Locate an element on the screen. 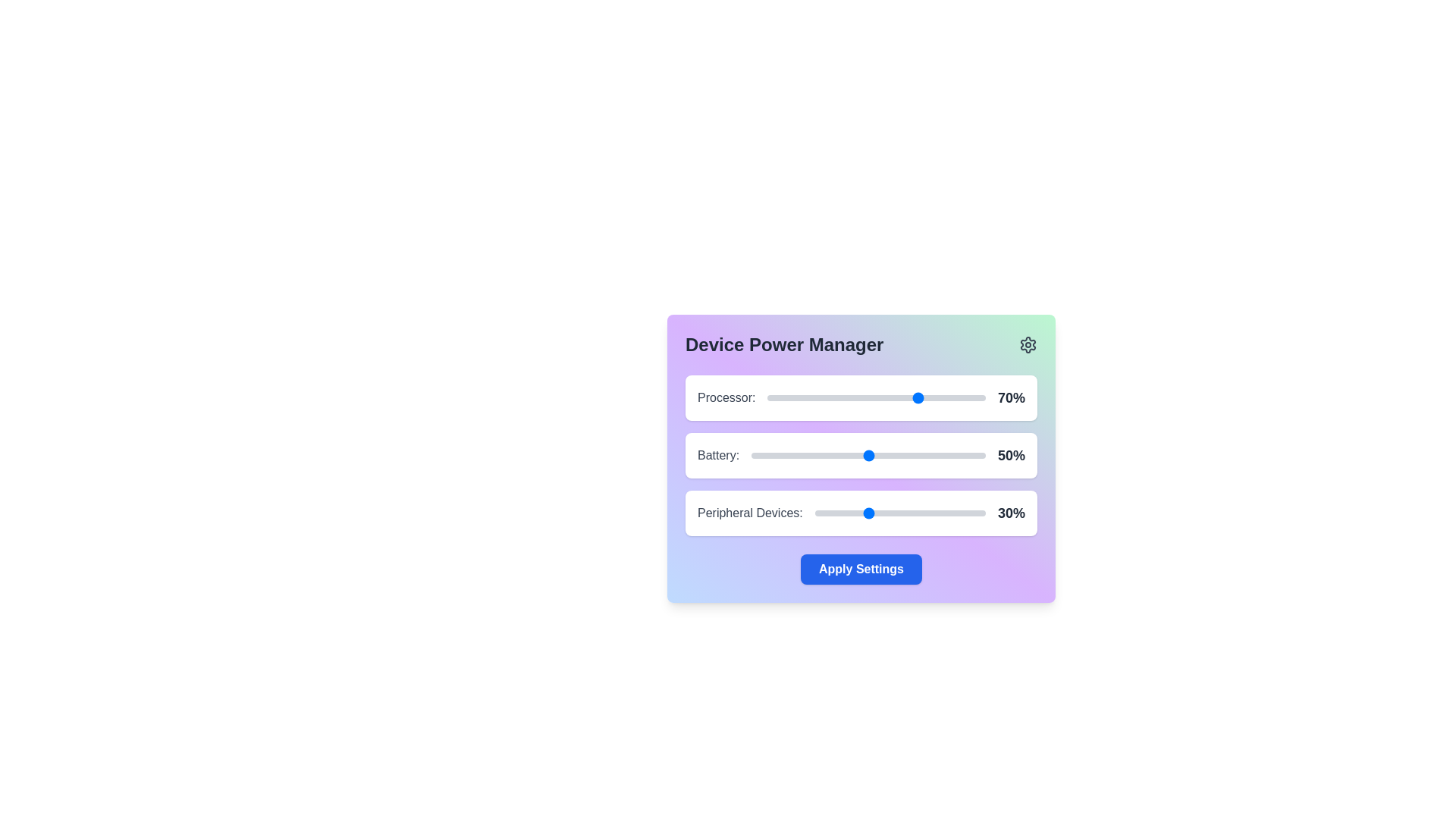  the settings icon to access additional options is located at coordinates (1028, 345).